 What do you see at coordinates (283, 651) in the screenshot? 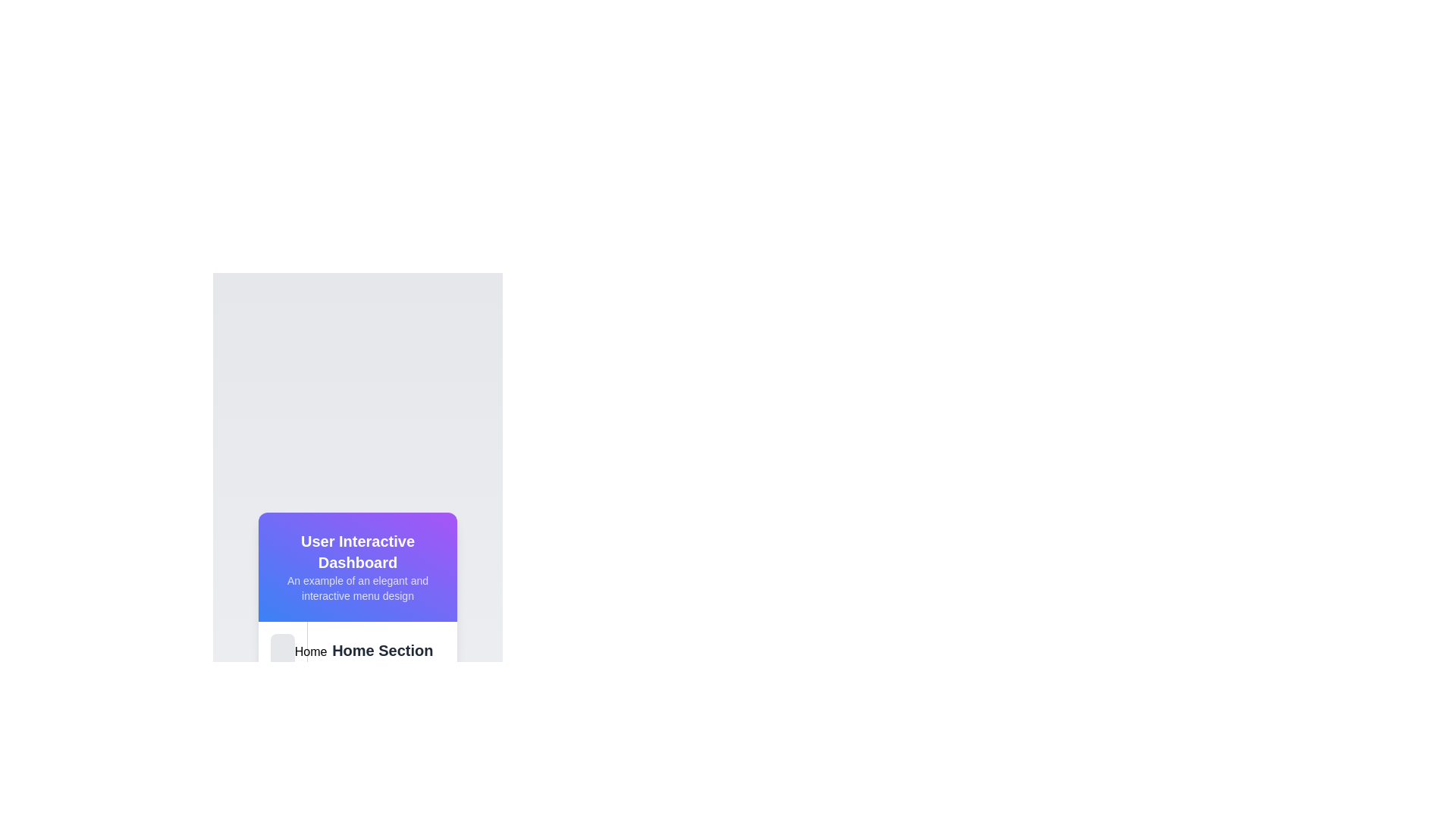
I see `the 'Home' button located in the sidebar of the 'User Interactive Dashboard'` at bounding box center [283, 651].